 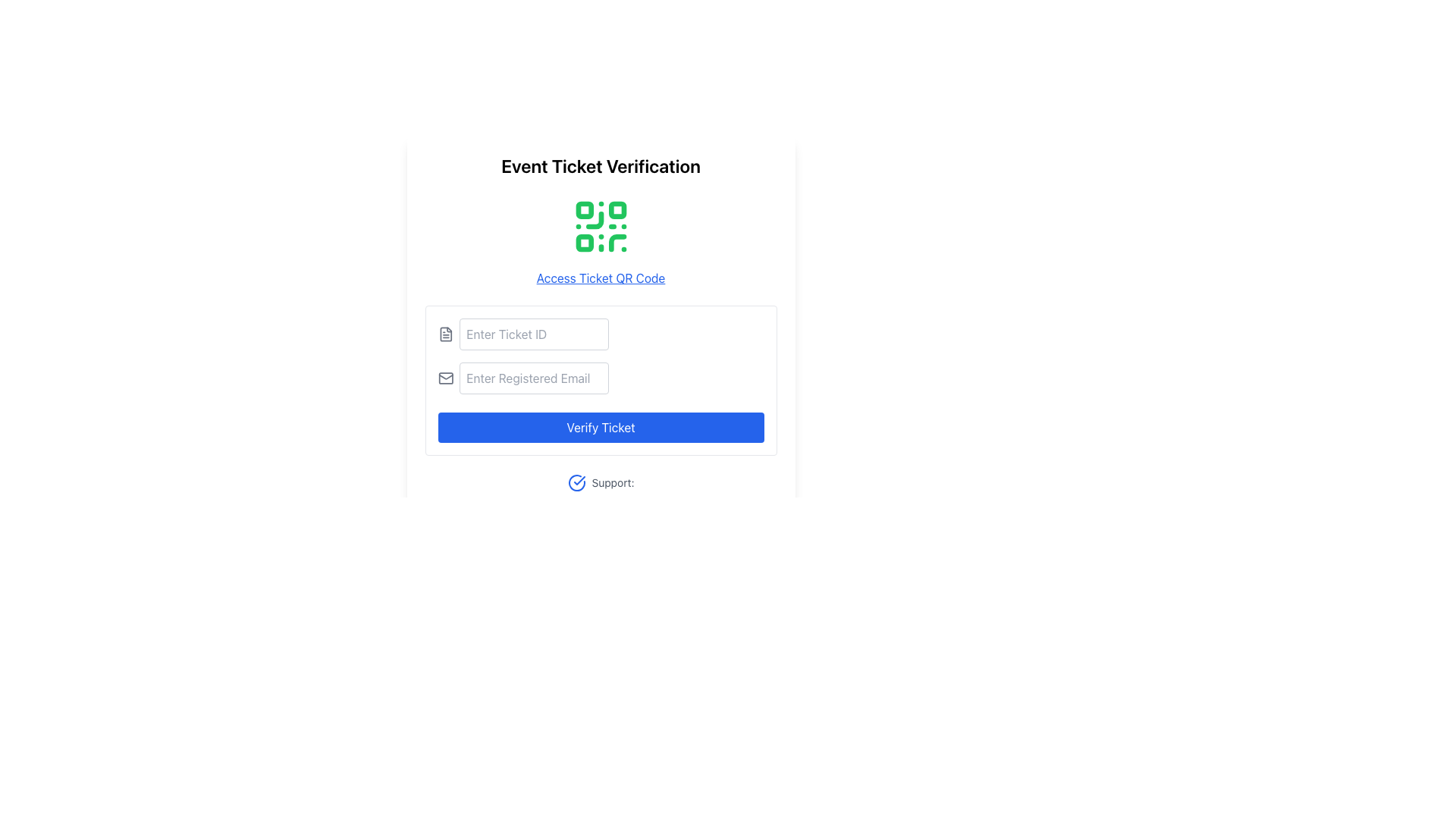 What do you see at coordinates (600, 278) in the screenshot?
I see `the hyperlink styled as blue, underlined text reading 'Access Ticket QR Code'` at bounding box center [600, 278].